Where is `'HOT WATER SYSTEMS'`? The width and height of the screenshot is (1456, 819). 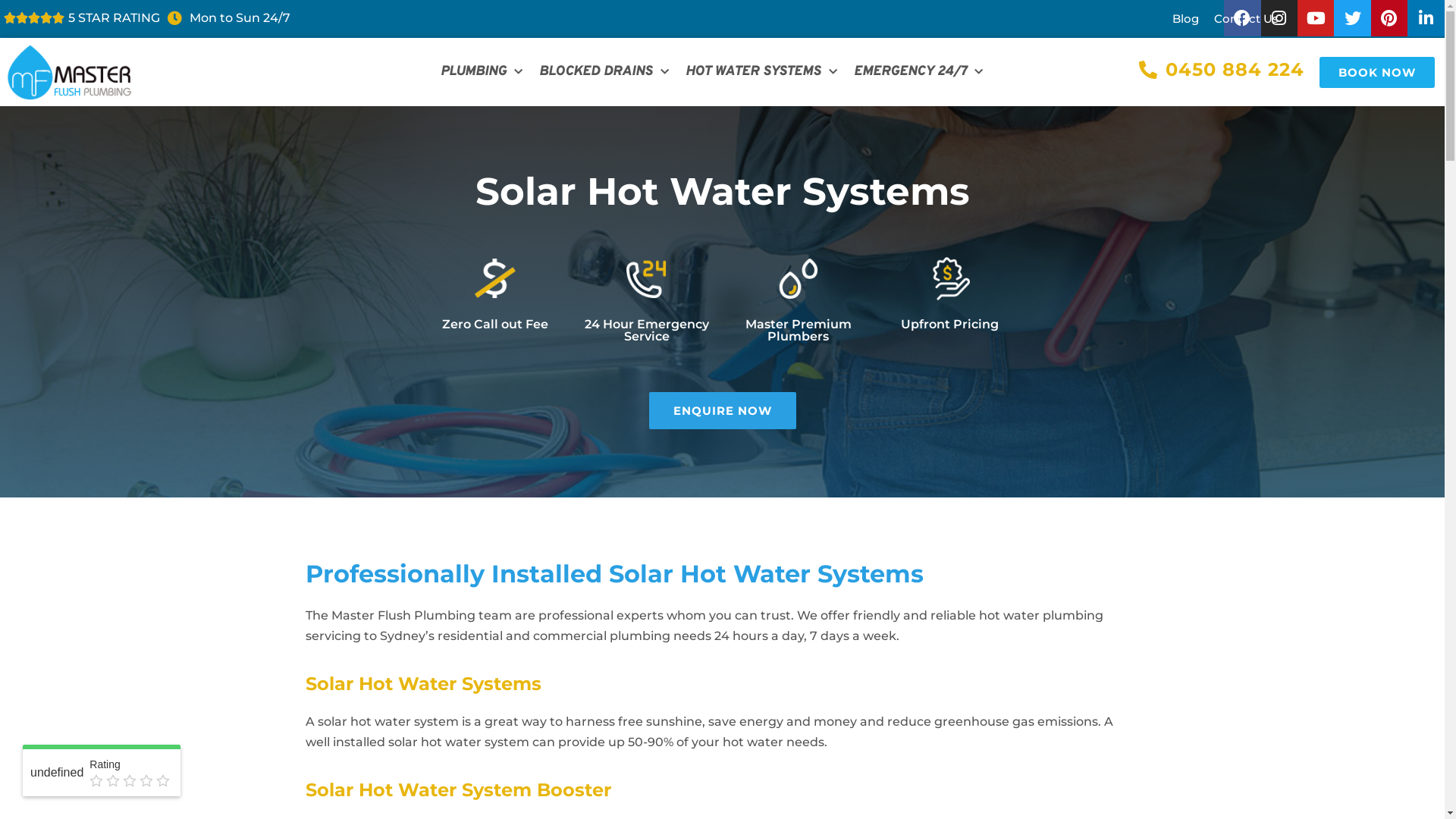
'HOT WATER SYSTEMS' is located at coordinates (761, 72).